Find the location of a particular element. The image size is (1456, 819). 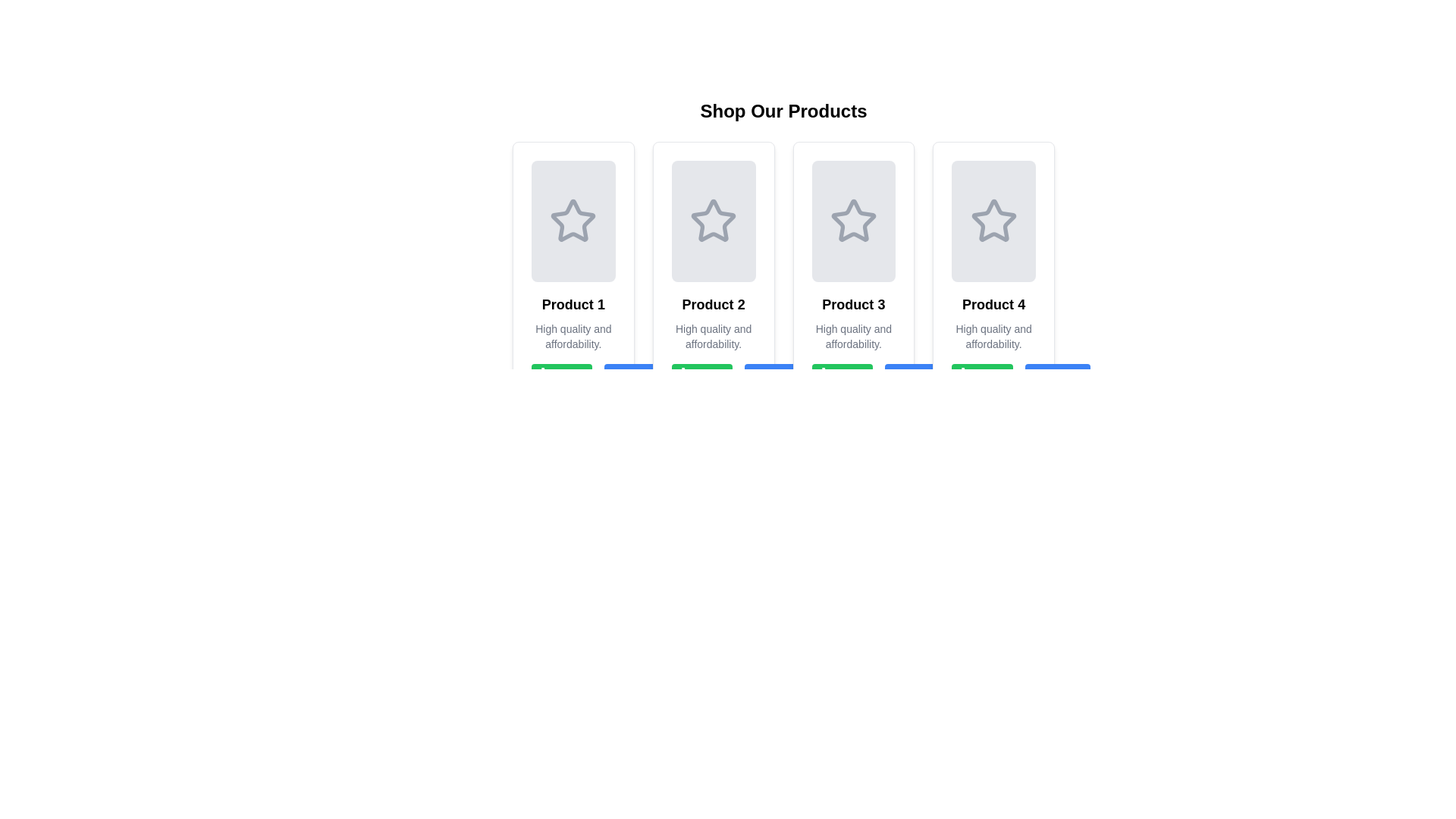

the product card displaying information about a specific product, which is positioned second in a grid of four items is located at coordinates (713, 275).